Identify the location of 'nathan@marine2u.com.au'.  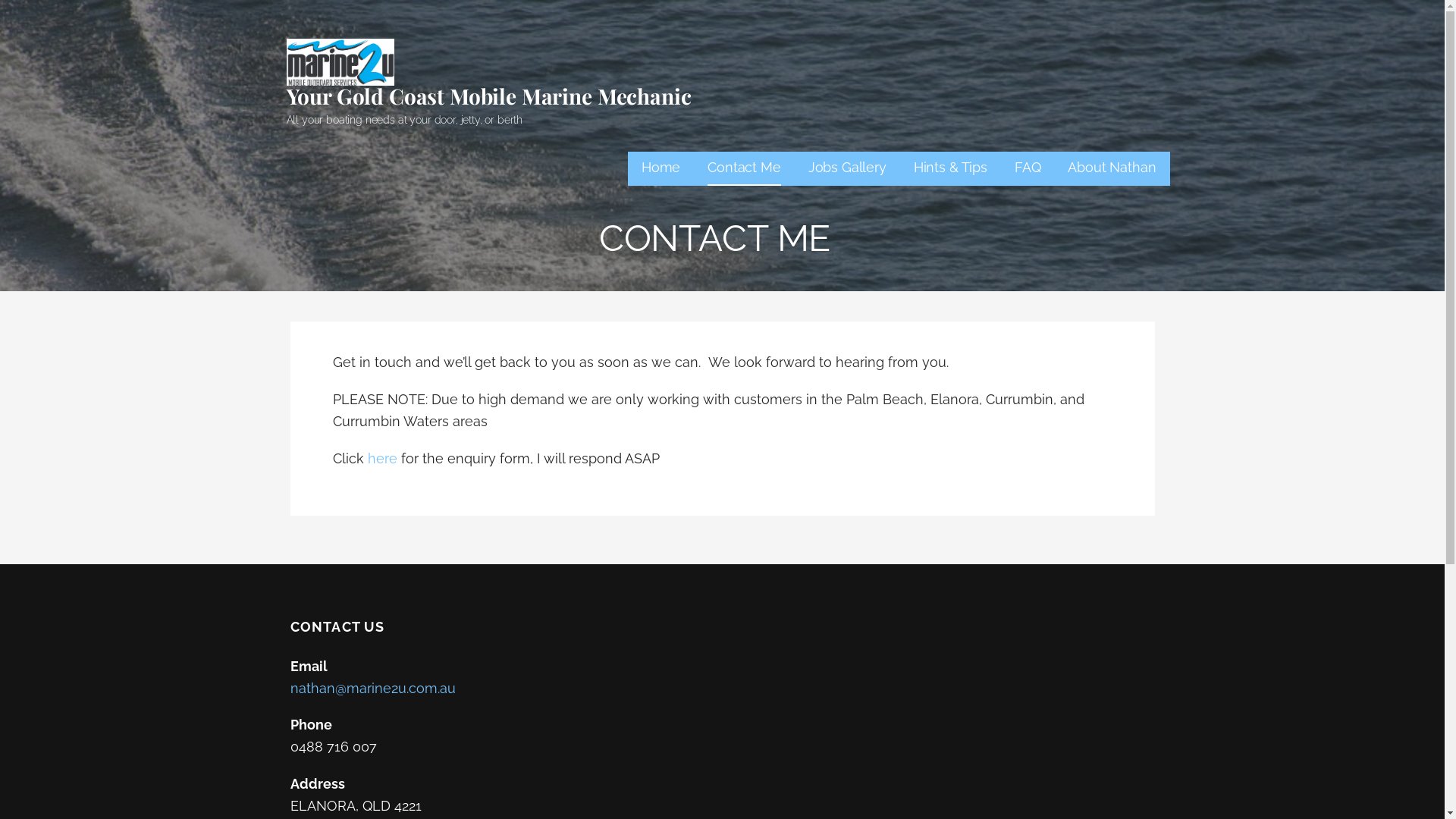
(372, 688).